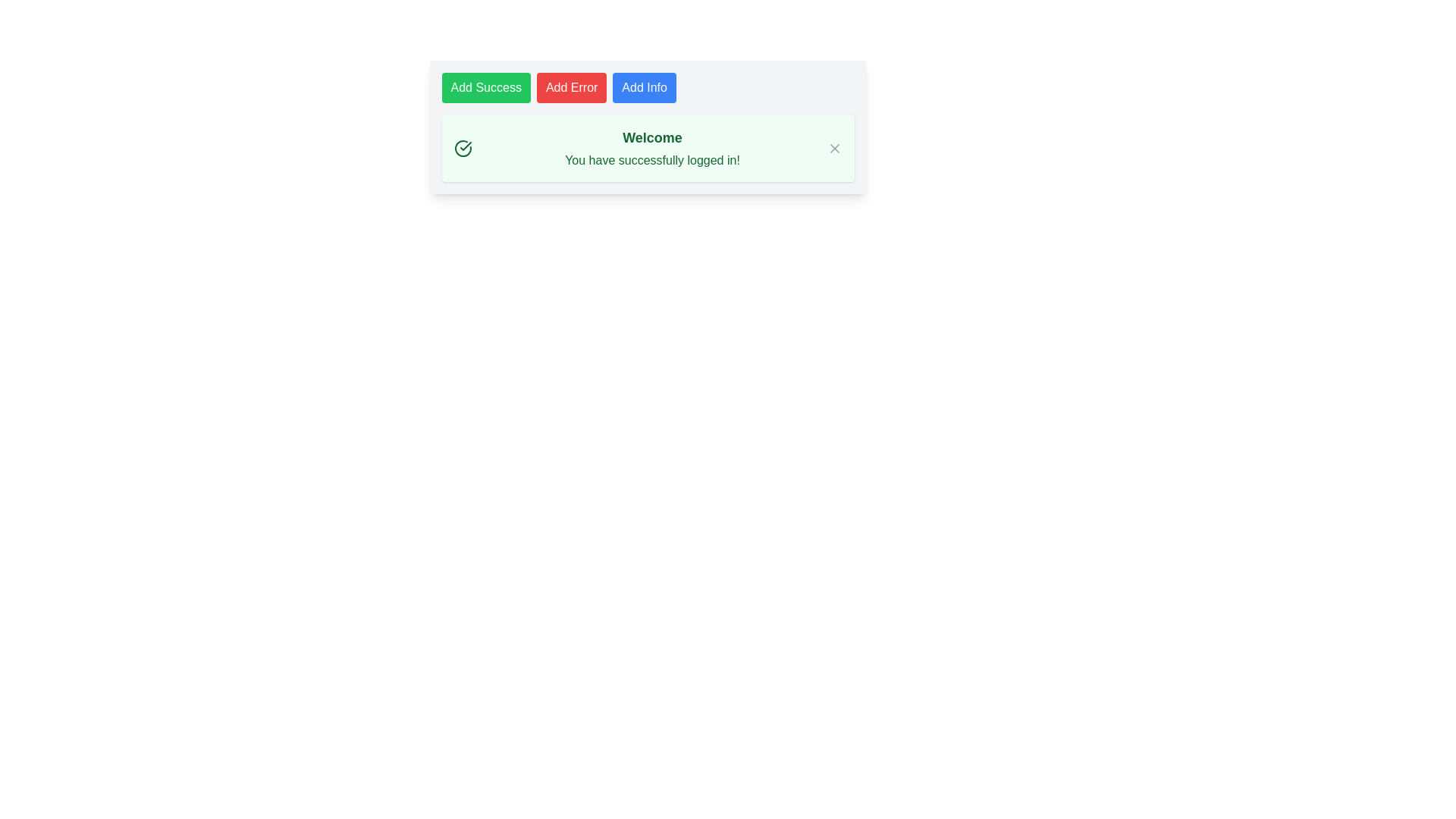  What do you see at coordinates (486, 87) in the screenshot?
I see `the button that triggers a successful operation message, located in the top-left of a group of three buttons above a notification box displaying a 'Welcome' message` at bounding box center [486, 87].